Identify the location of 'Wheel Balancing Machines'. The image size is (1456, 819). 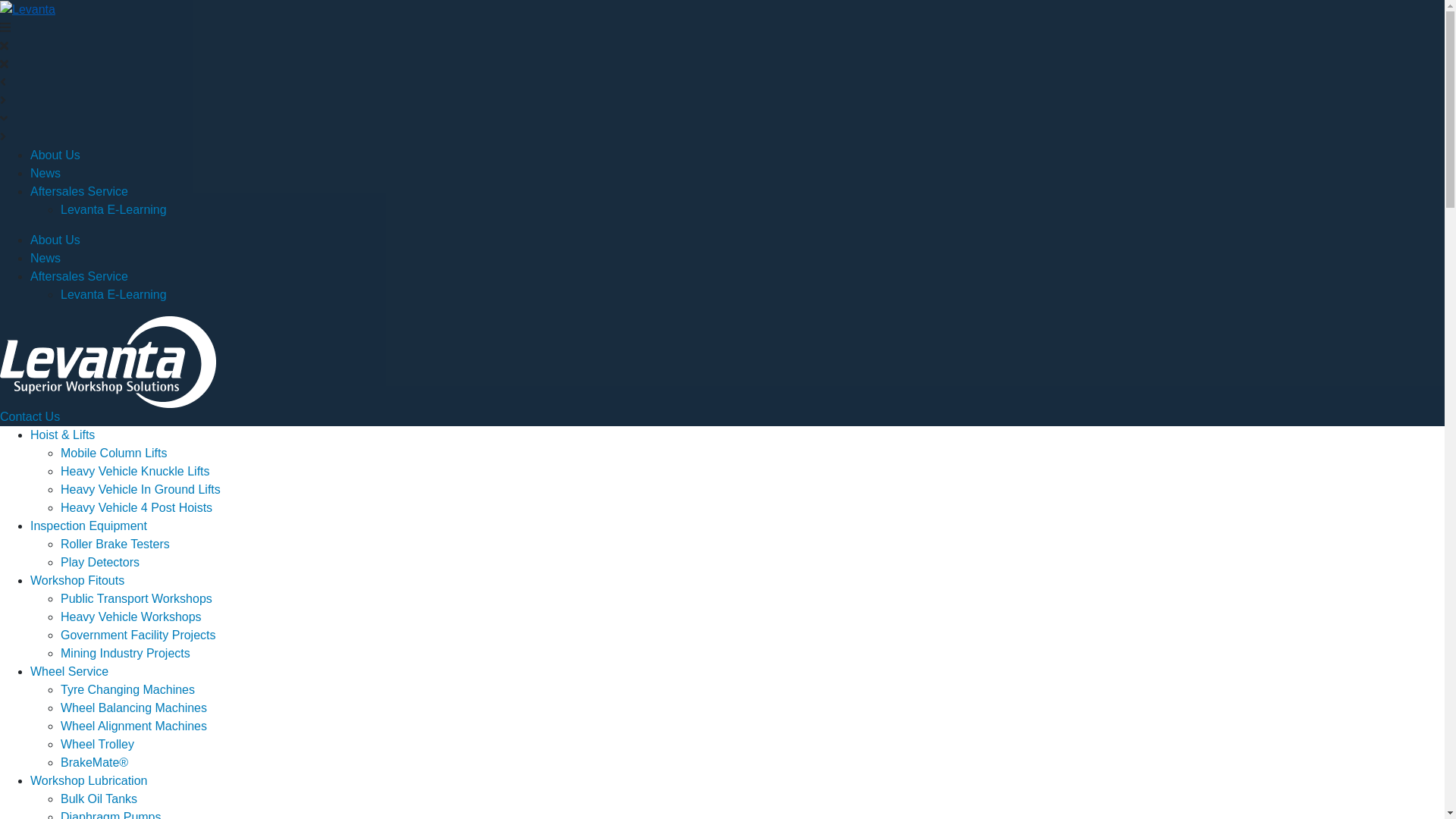
(133, 708).